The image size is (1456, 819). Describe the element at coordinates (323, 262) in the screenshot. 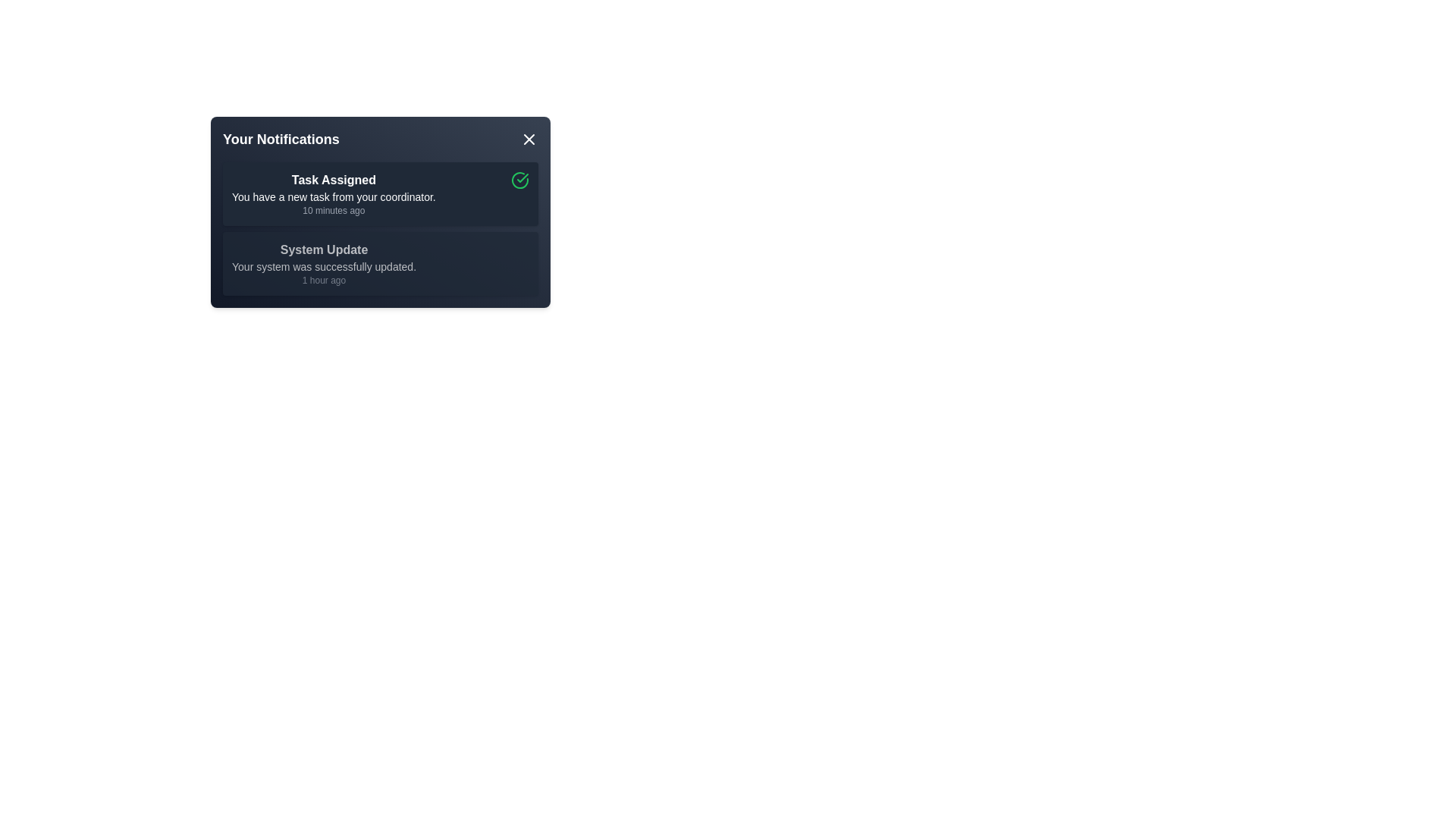

I see `text content of the second notification item in the 'Your Notifications' card, which displays a system update notification` at that location.